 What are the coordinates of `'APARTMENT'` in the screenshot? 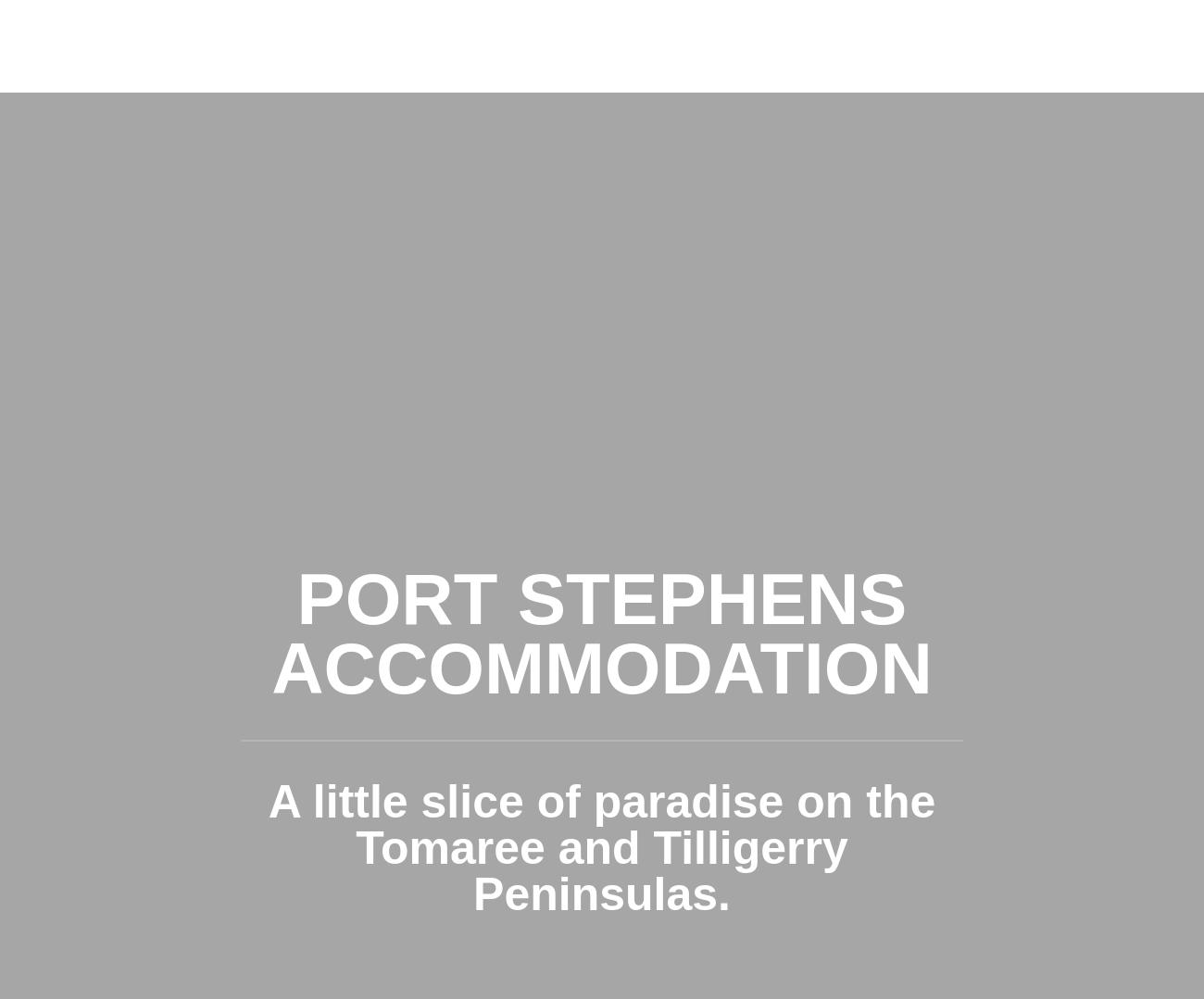 It's located at (1117, 318).